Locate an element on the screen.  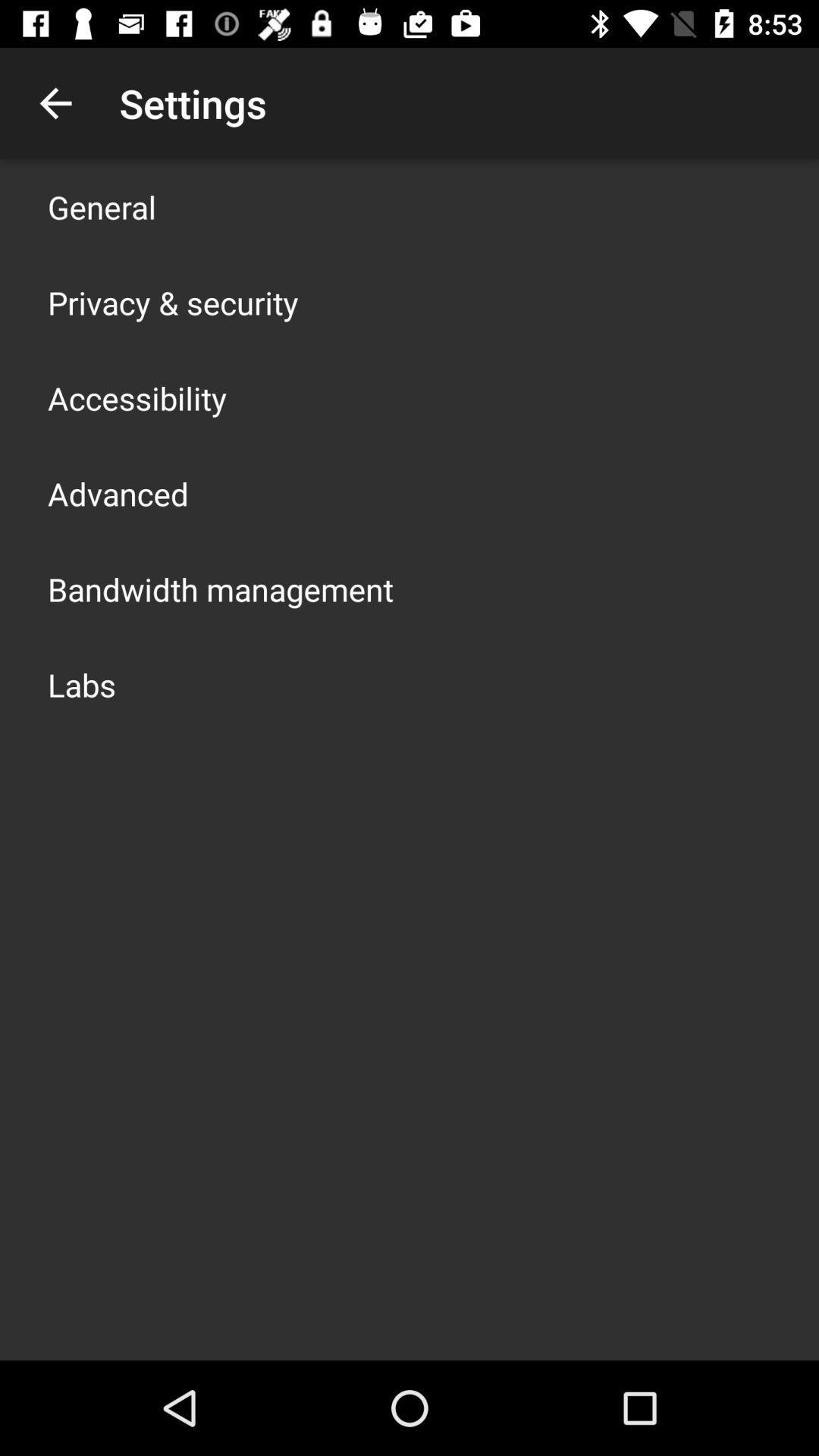
the labs is located at coordinates (82, 683).